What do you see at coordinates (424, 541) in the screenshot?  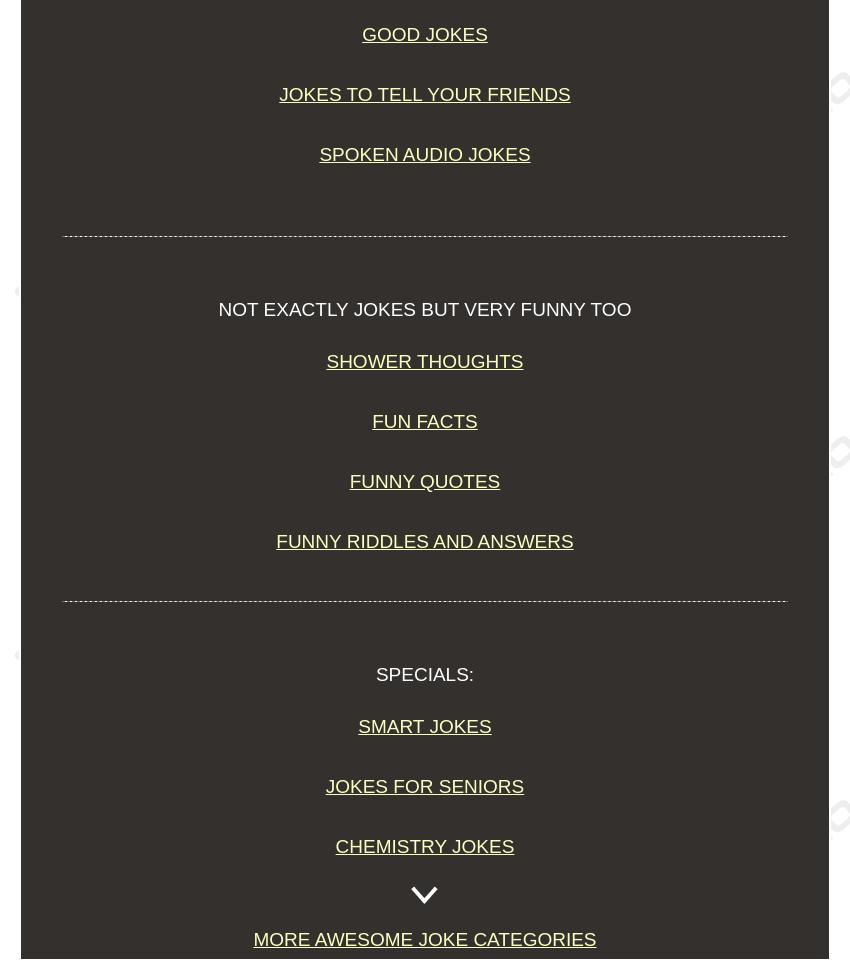 I see `'Funny Riddles and Answers'` at bounding box center [424, 541].